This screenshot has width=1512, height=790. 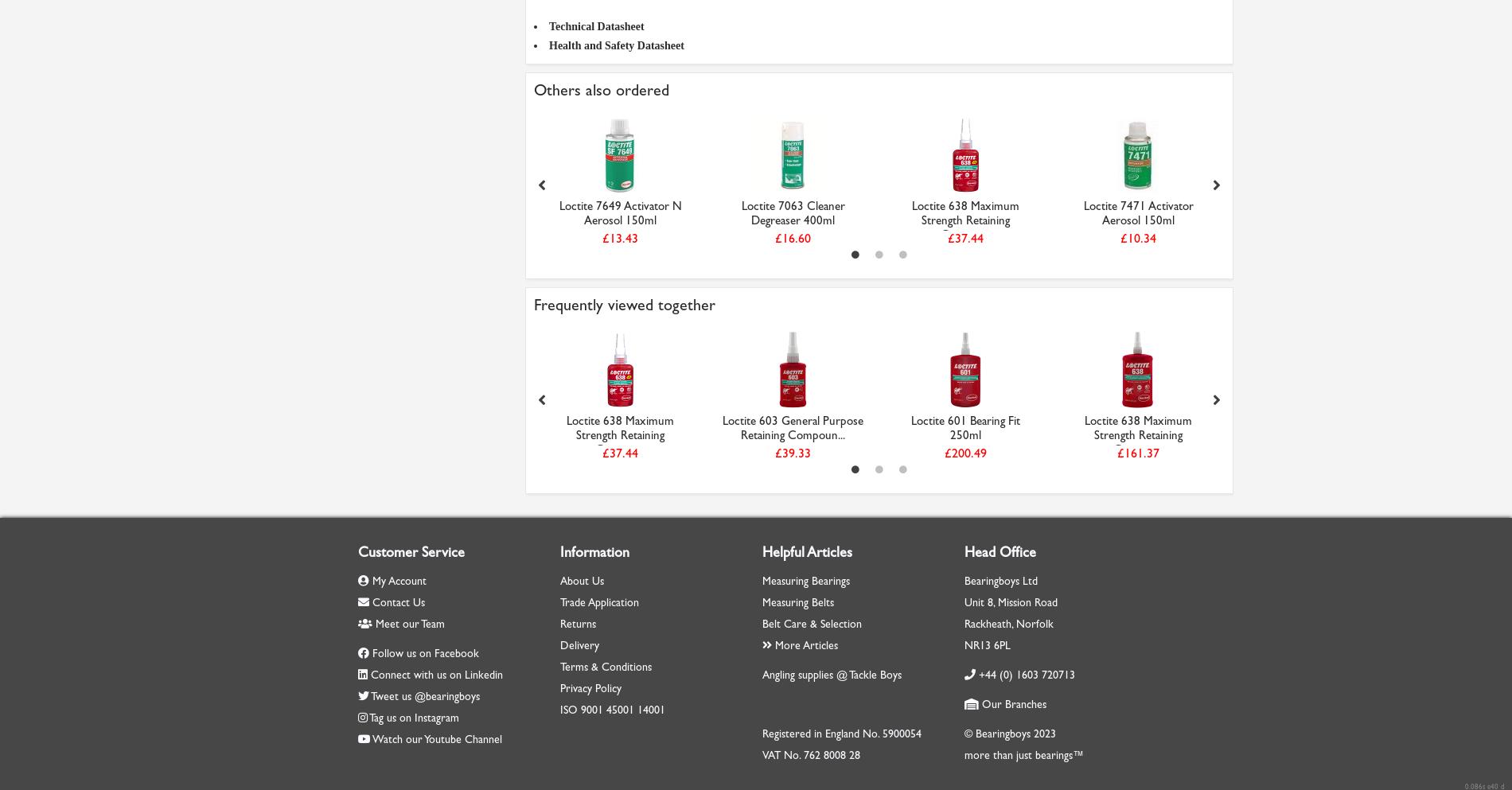 I want to click on 'About Us', so click(x=581, y=581).